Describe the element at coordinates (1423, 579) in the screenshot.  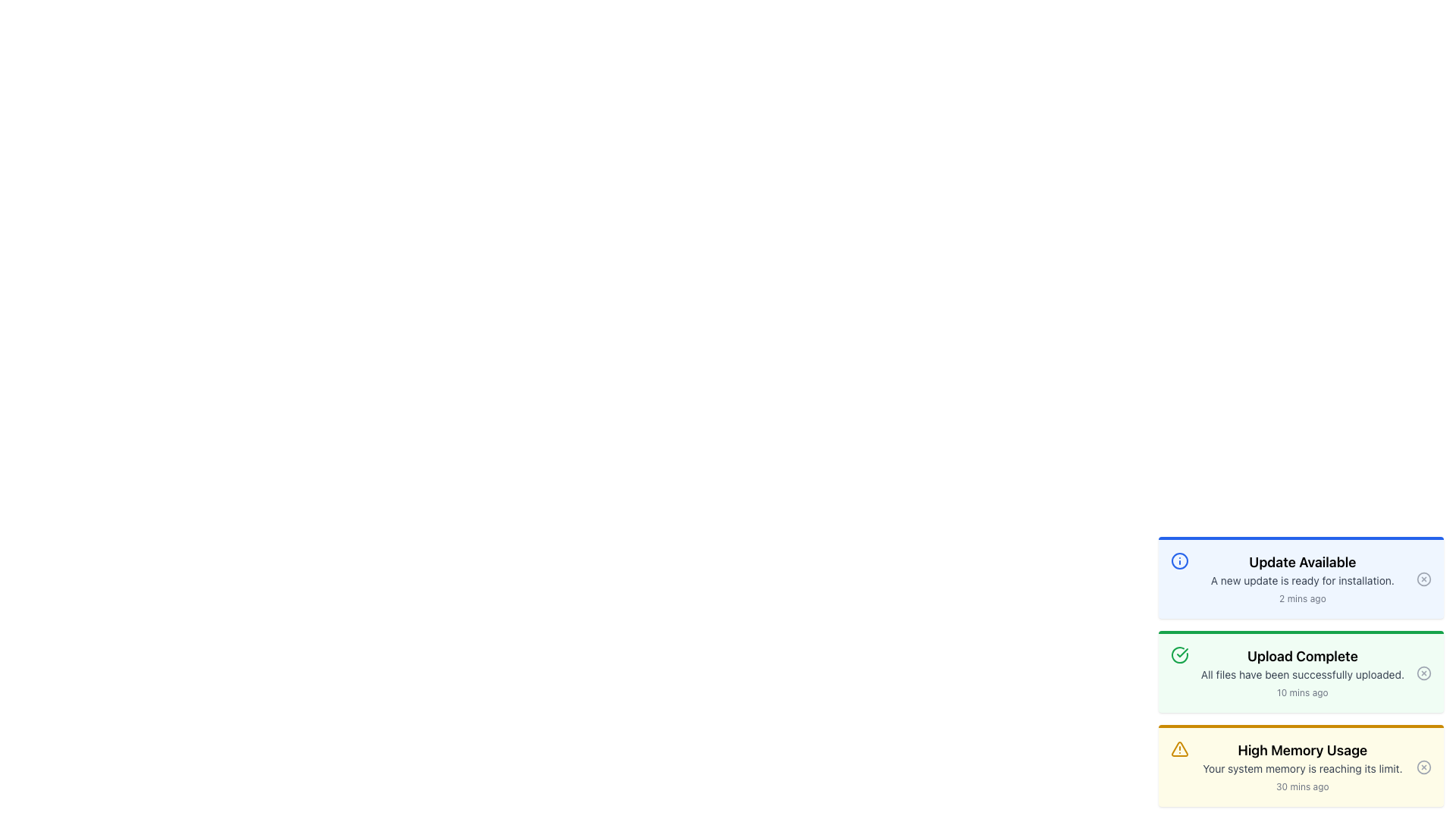
I see `the circular dismissal icon with a small cross inside, located at the top-right corner of the 'Update Available' notification panel` at that location.